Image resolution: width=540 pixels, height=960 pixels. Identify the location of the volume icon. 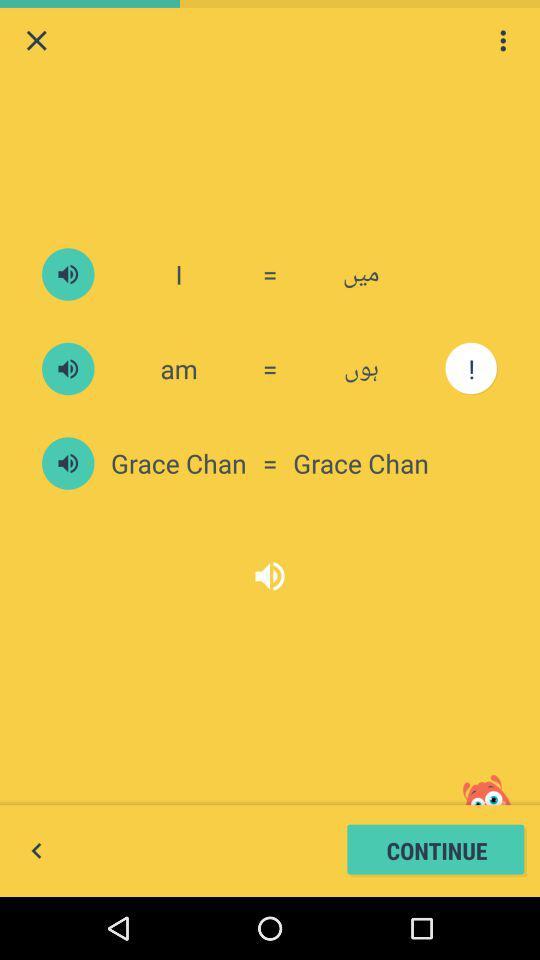
(67, 292).